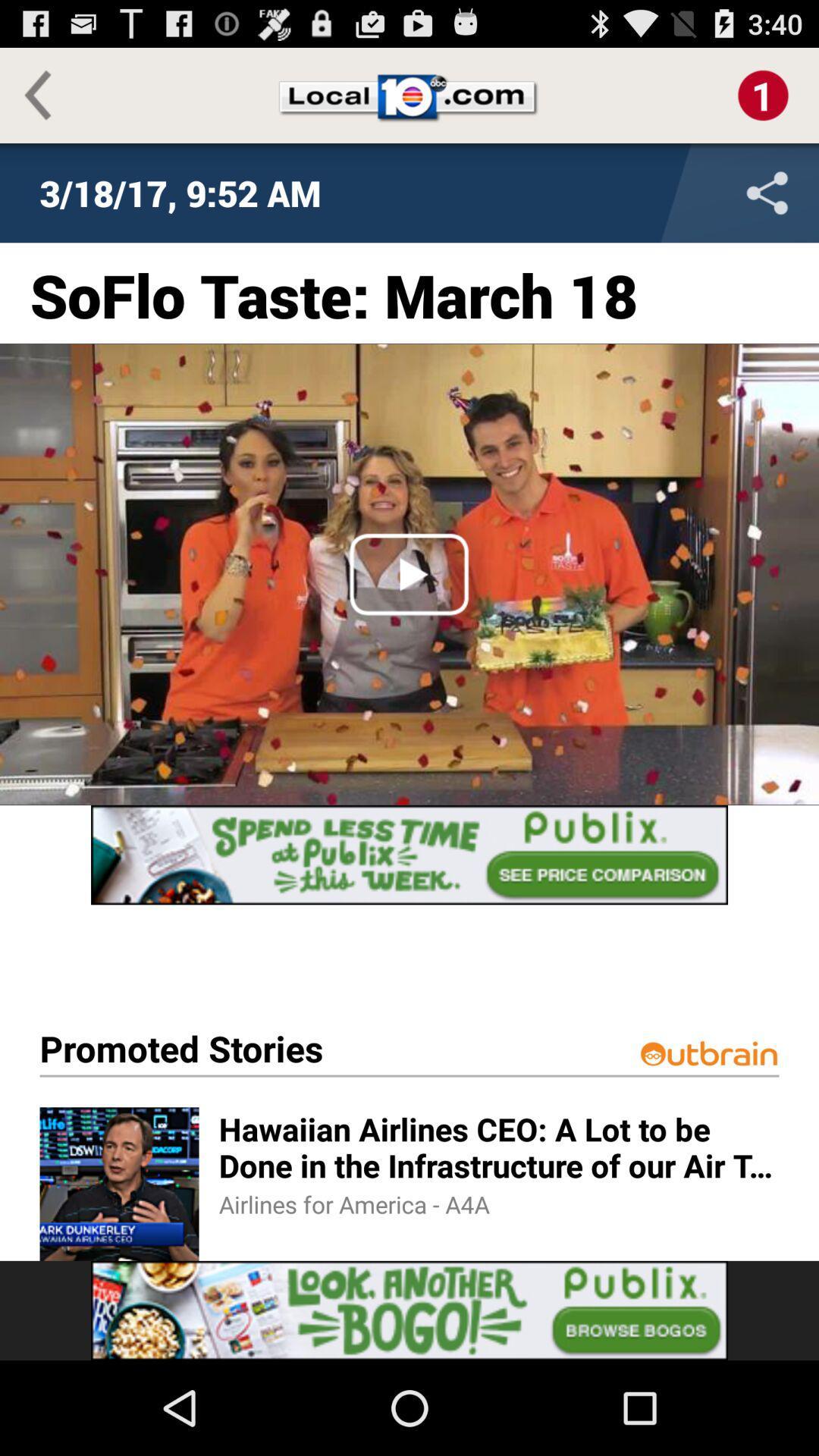 This screenshot has width=819, height=1456. Describe the element at coordinates (409, 573) in the screenshot. I see `watch video` at that location.